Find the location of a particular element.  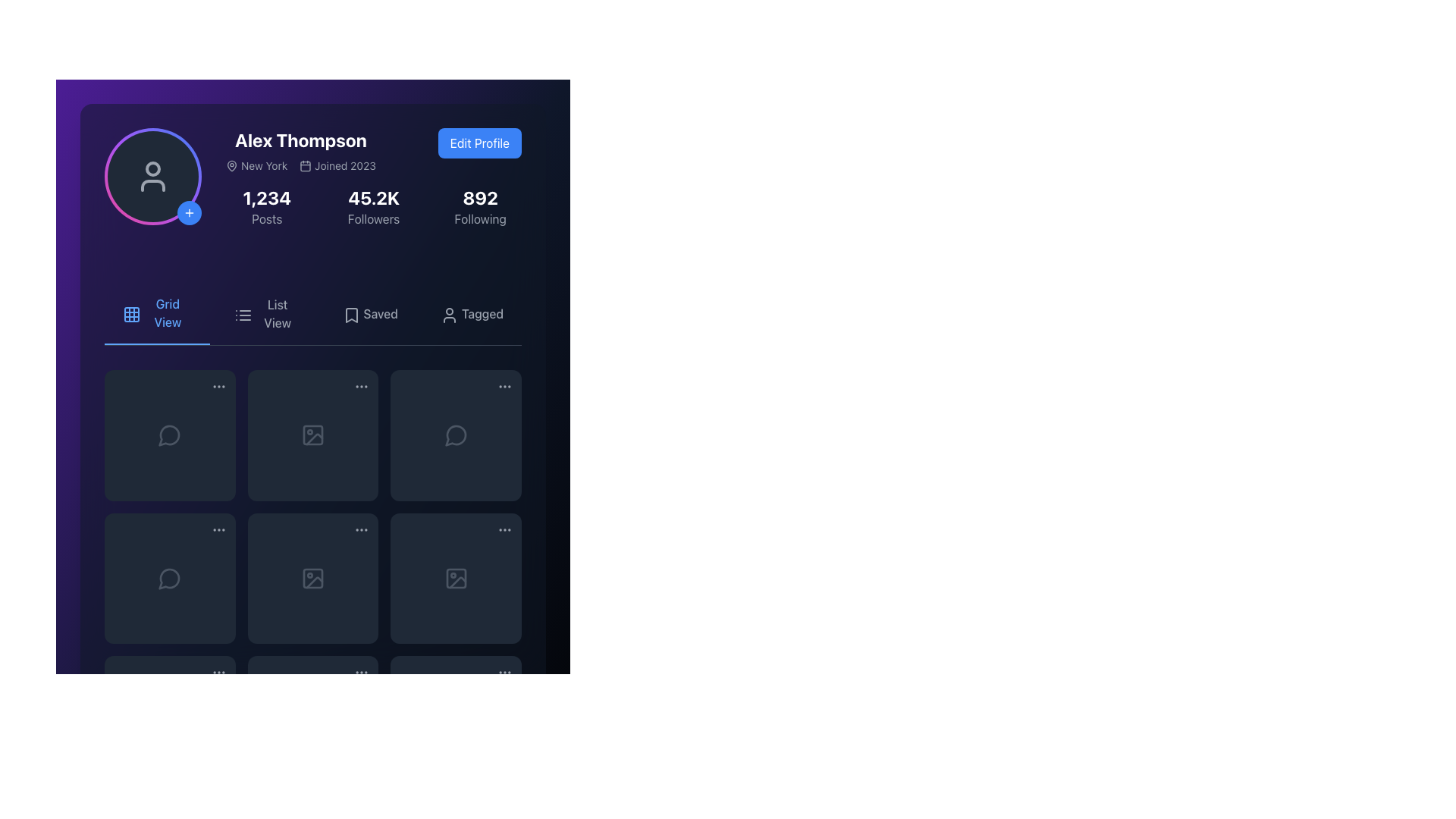

the icon representing the saved items section located in the navigation bar, positioned between the 'List View' icon and the 'Tagged' icon is located at coordinates (350, 315).